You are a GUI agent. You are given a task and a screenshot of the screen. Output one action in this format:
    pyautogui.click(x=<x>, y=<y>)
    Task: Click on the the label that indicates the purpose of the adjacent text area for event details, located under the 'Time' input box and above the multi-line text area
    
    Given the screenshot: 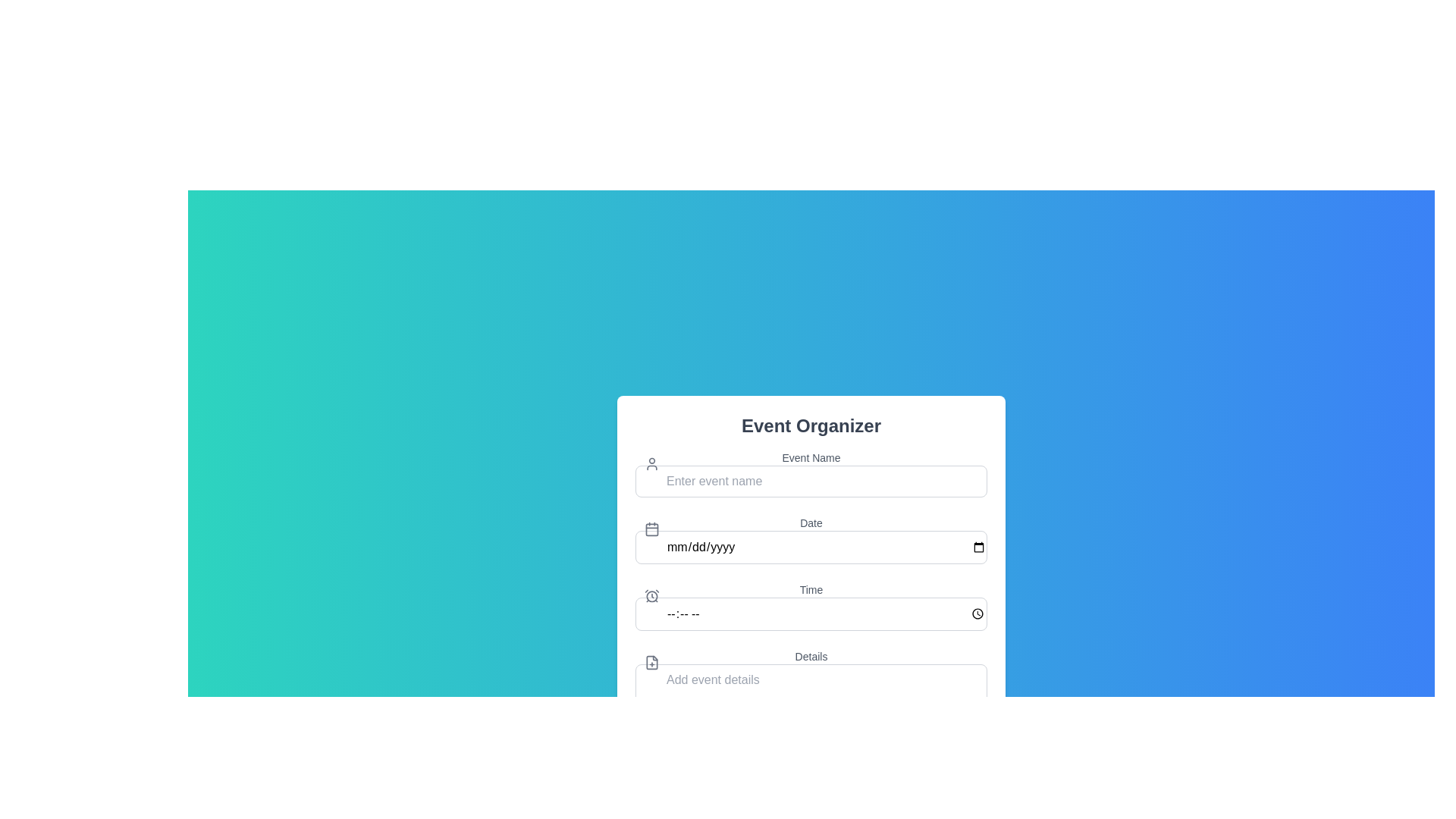 What is the action you would take?
    pyautogui.click(x=811, y=654)
    